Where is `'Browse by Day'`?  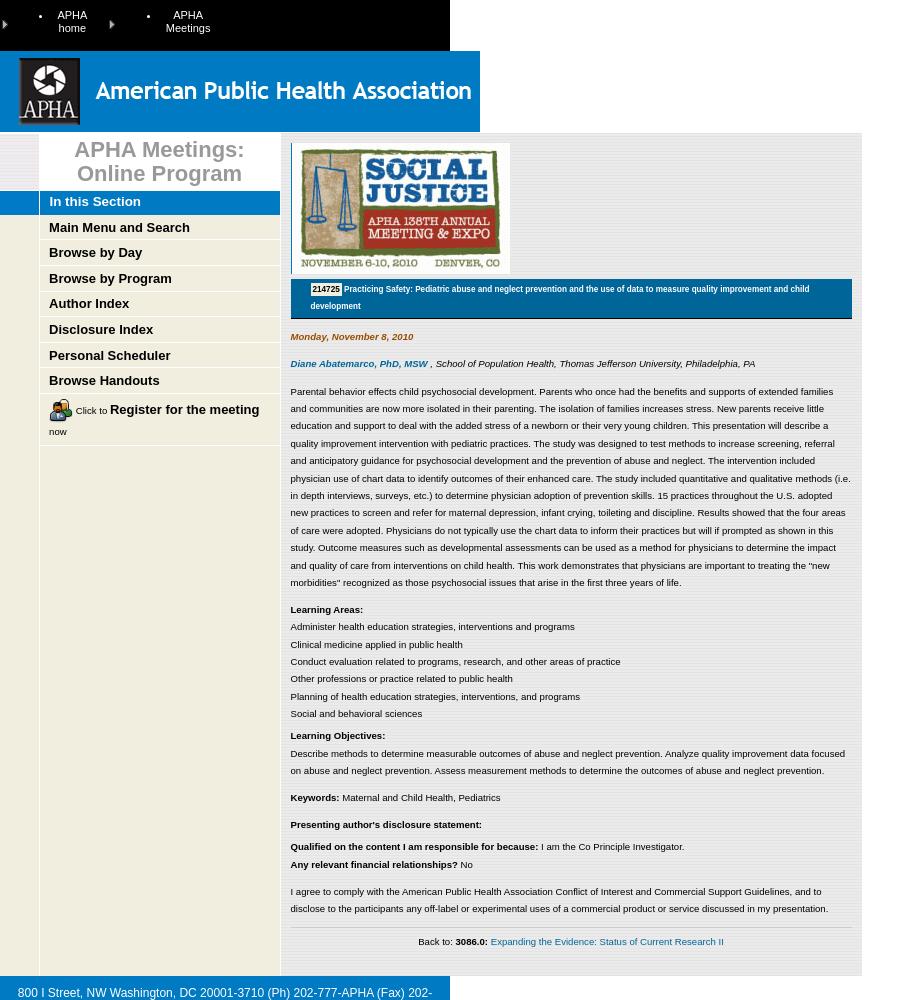 'Browse by Day' is located at coordinates (48, 252).